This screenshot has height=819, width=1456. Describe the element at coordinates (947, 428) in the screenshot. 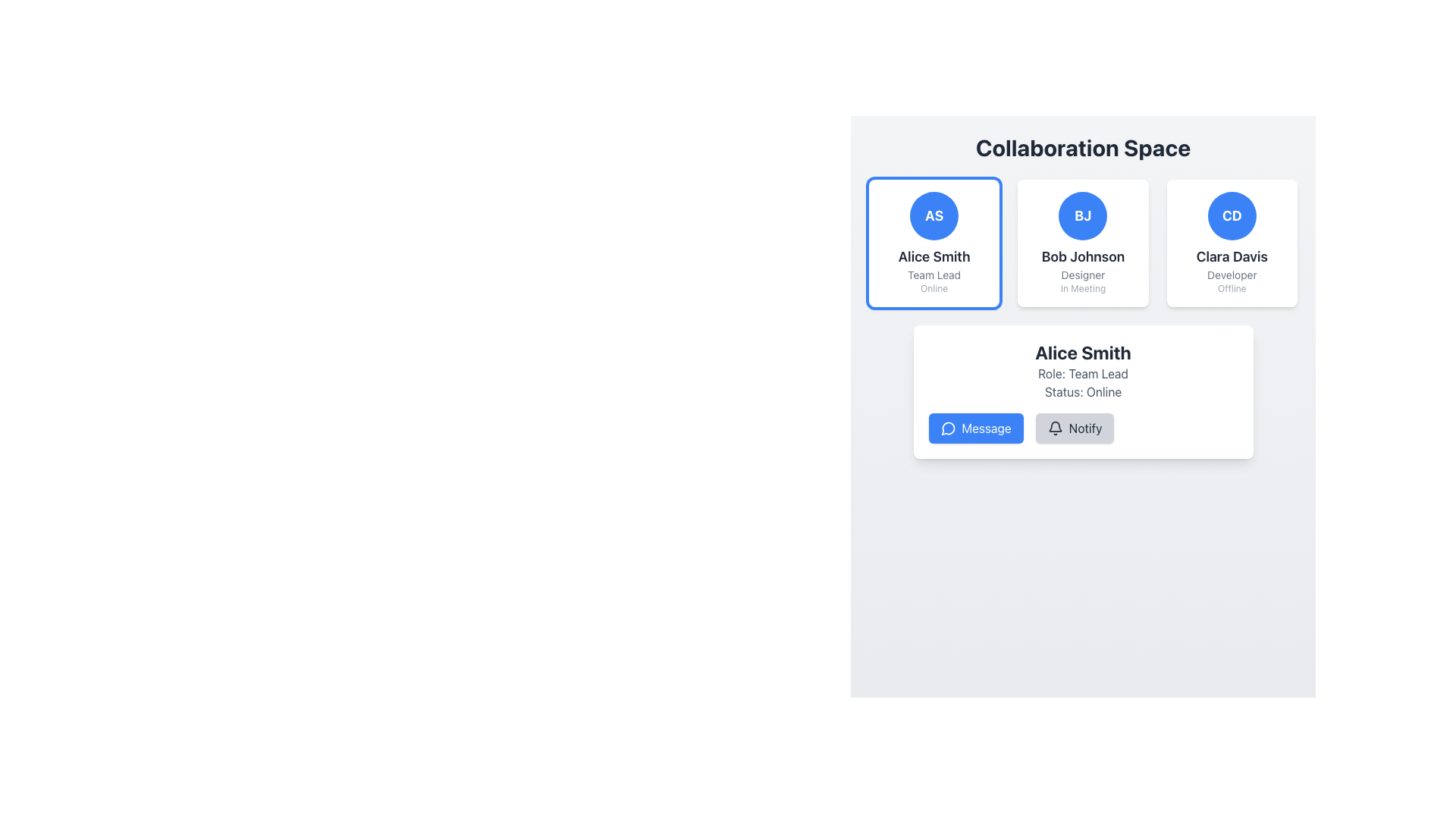

I see `the speech bubble icon within the Message button located below the user details section` at that location.